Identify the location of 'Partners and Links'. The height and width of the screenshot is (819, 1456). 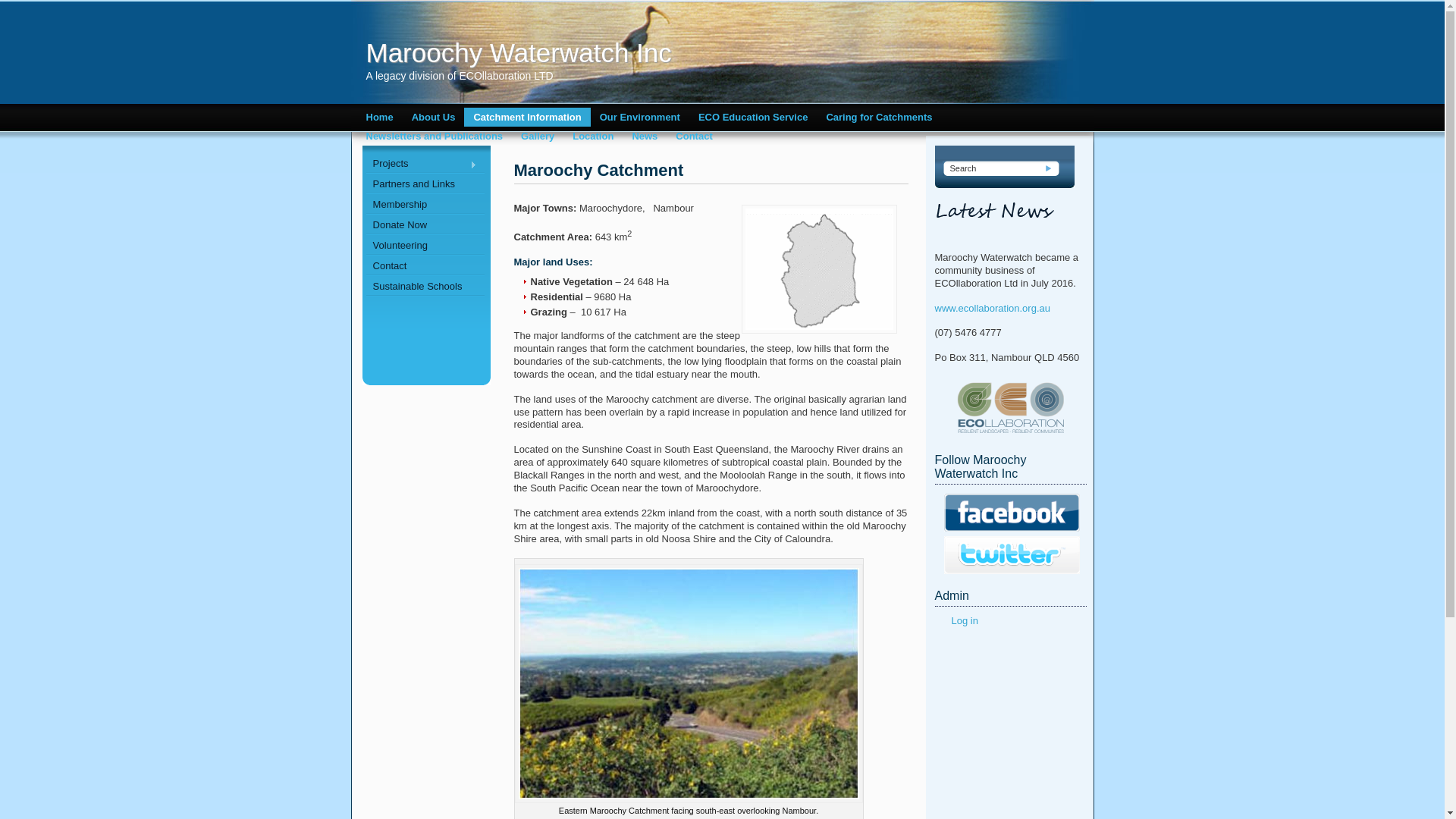
(425, 183).